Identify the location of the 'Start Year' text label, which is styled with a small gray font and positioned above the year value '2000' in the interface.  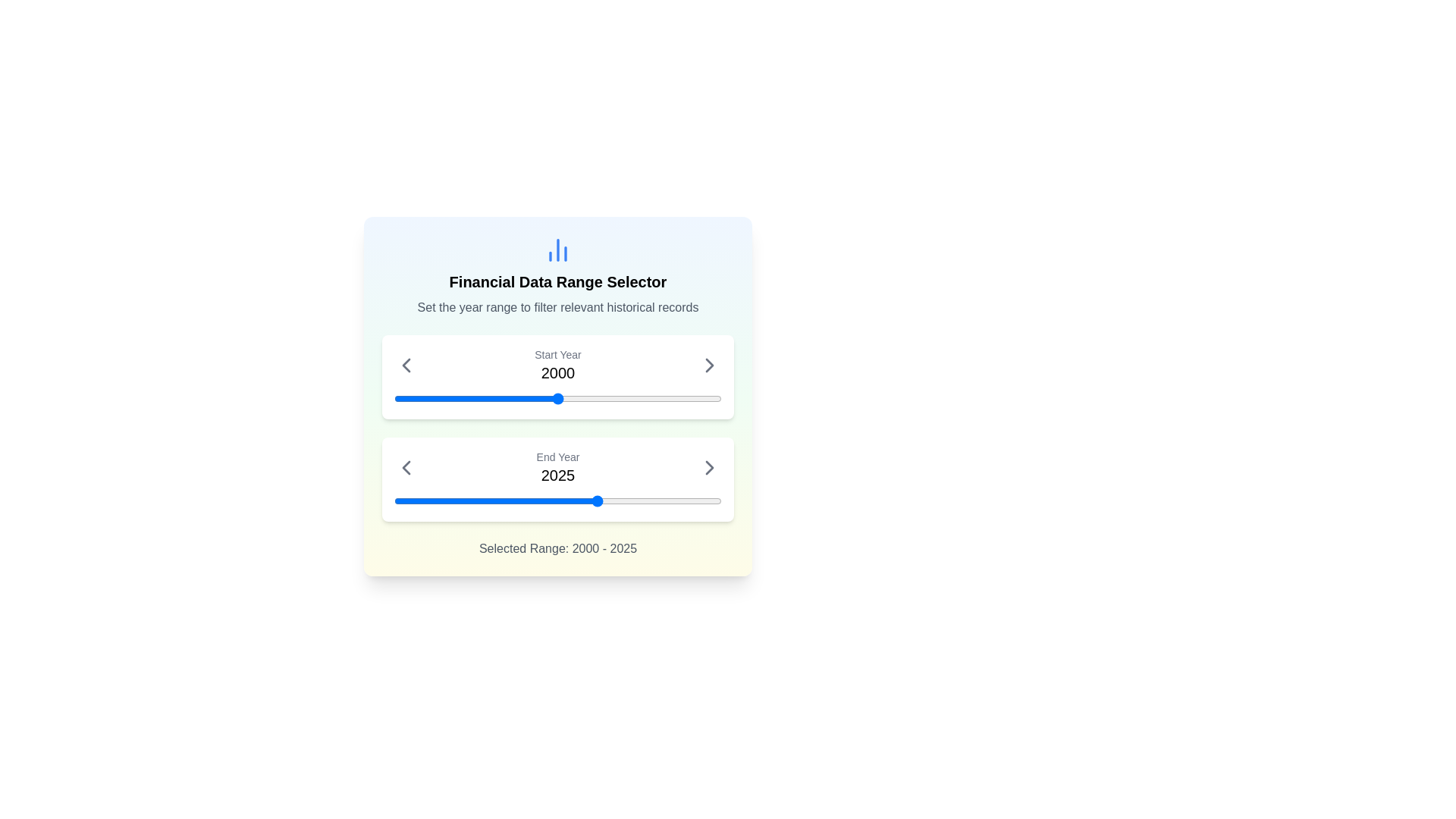
(557, 354).